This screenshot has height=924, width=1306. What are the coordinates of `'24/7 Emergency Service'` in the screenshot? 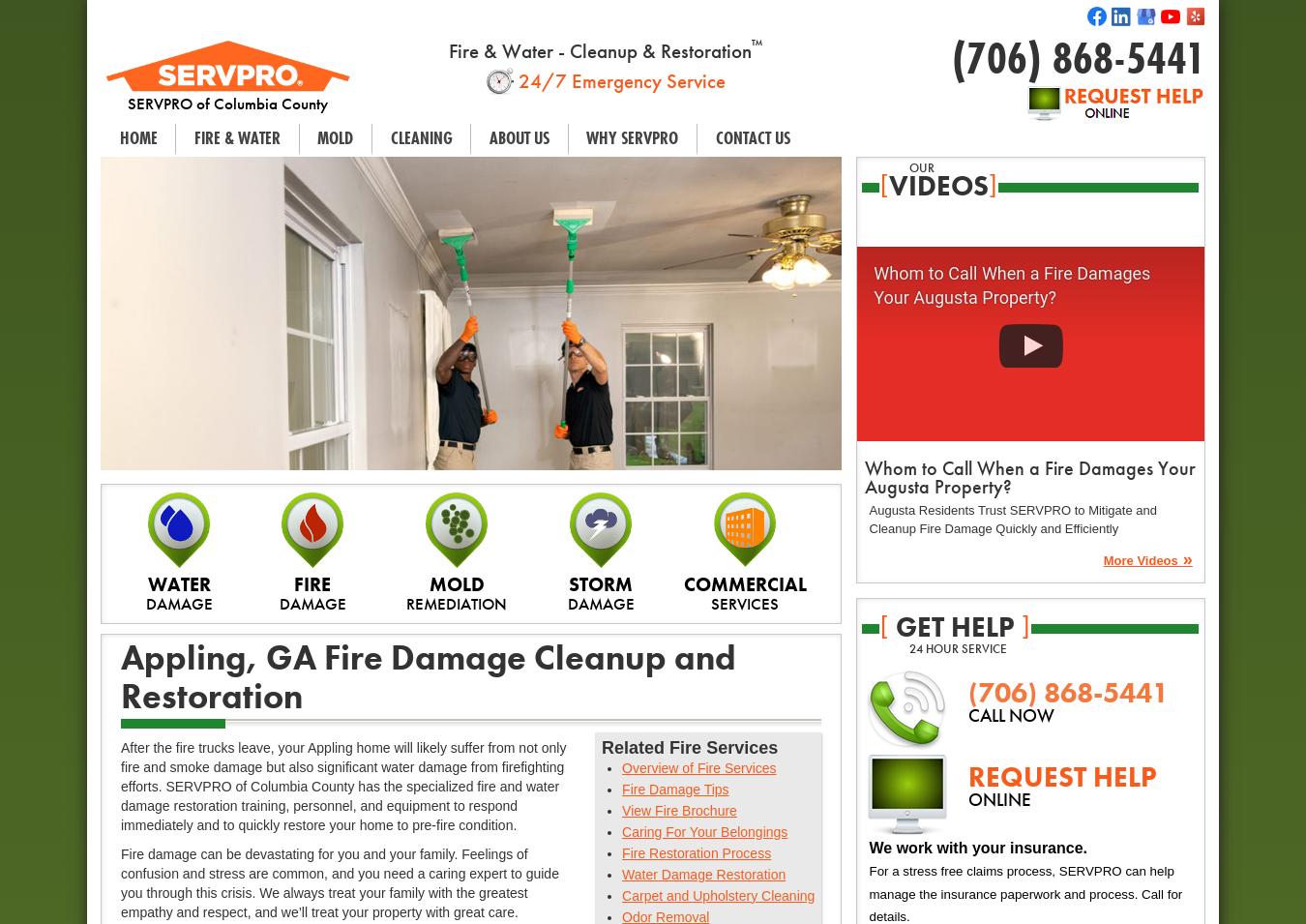 It's located at (618, 78).